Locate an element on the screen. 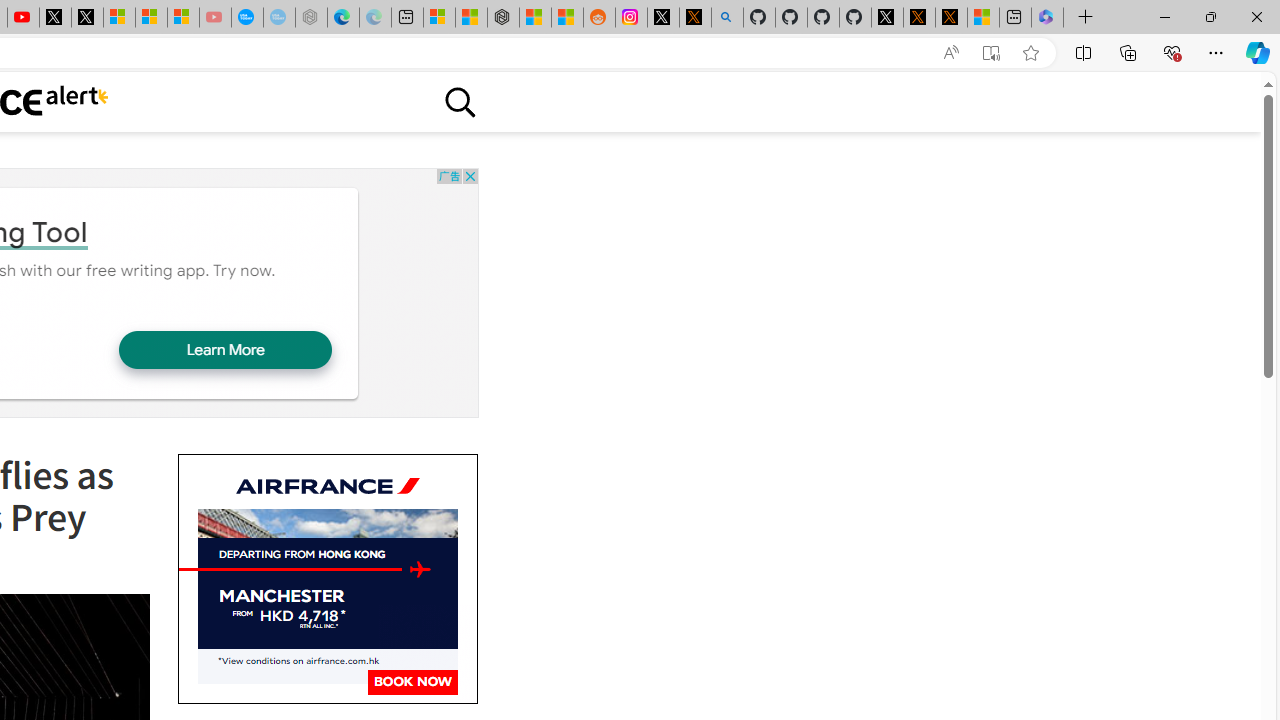 The width and height of the screenshot is (1280, 720). 'X Privacy Policy' is located at coordinates (950, 17).